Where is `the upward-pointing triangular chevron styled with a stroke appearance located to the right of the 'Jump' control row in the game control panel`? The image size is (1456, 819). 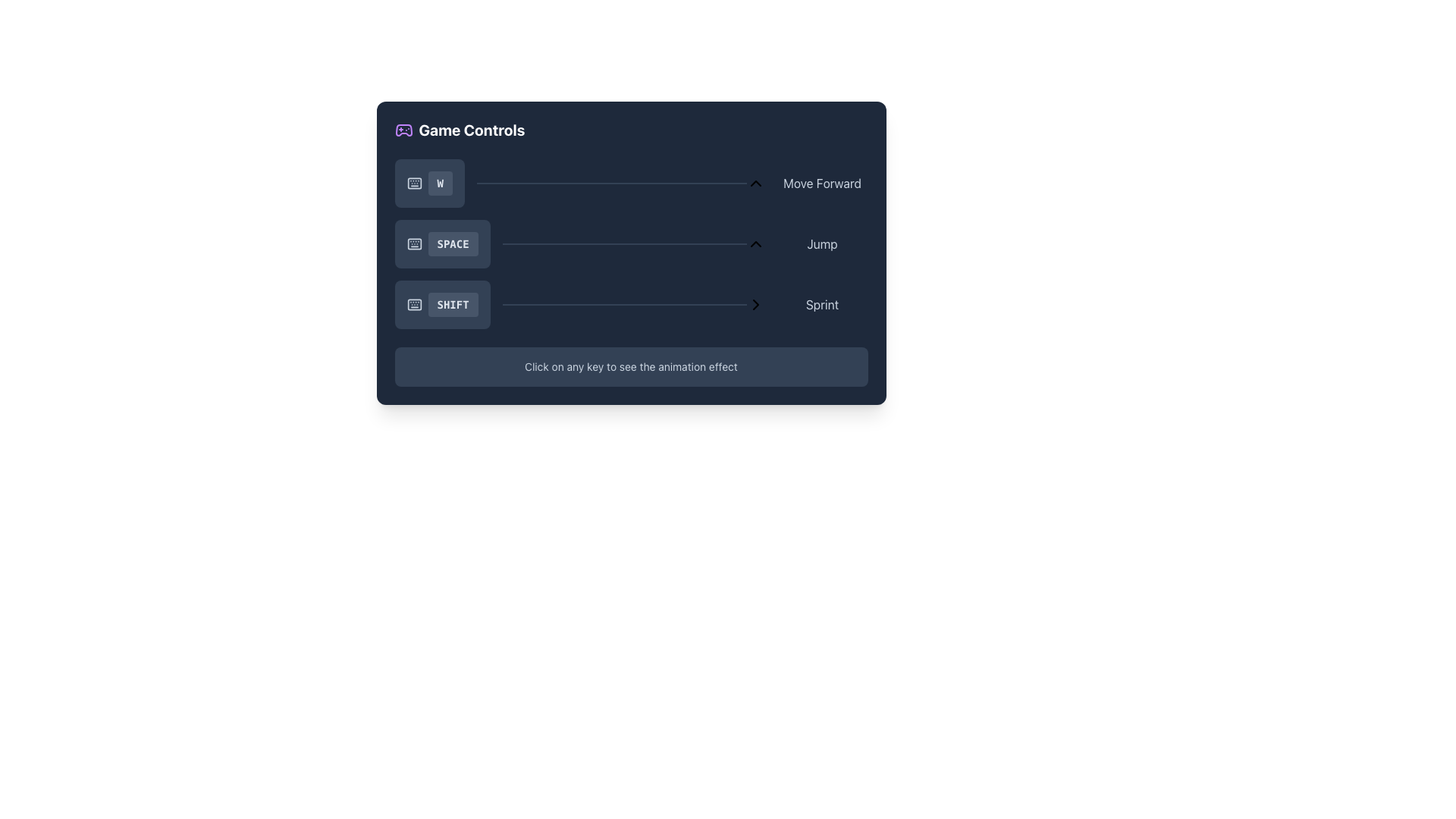
the upward-pointing triangular chevron styled with a stroke appearance located to the right of the 'Jump' control row in the game control panel is located at coordinates (755, 243).